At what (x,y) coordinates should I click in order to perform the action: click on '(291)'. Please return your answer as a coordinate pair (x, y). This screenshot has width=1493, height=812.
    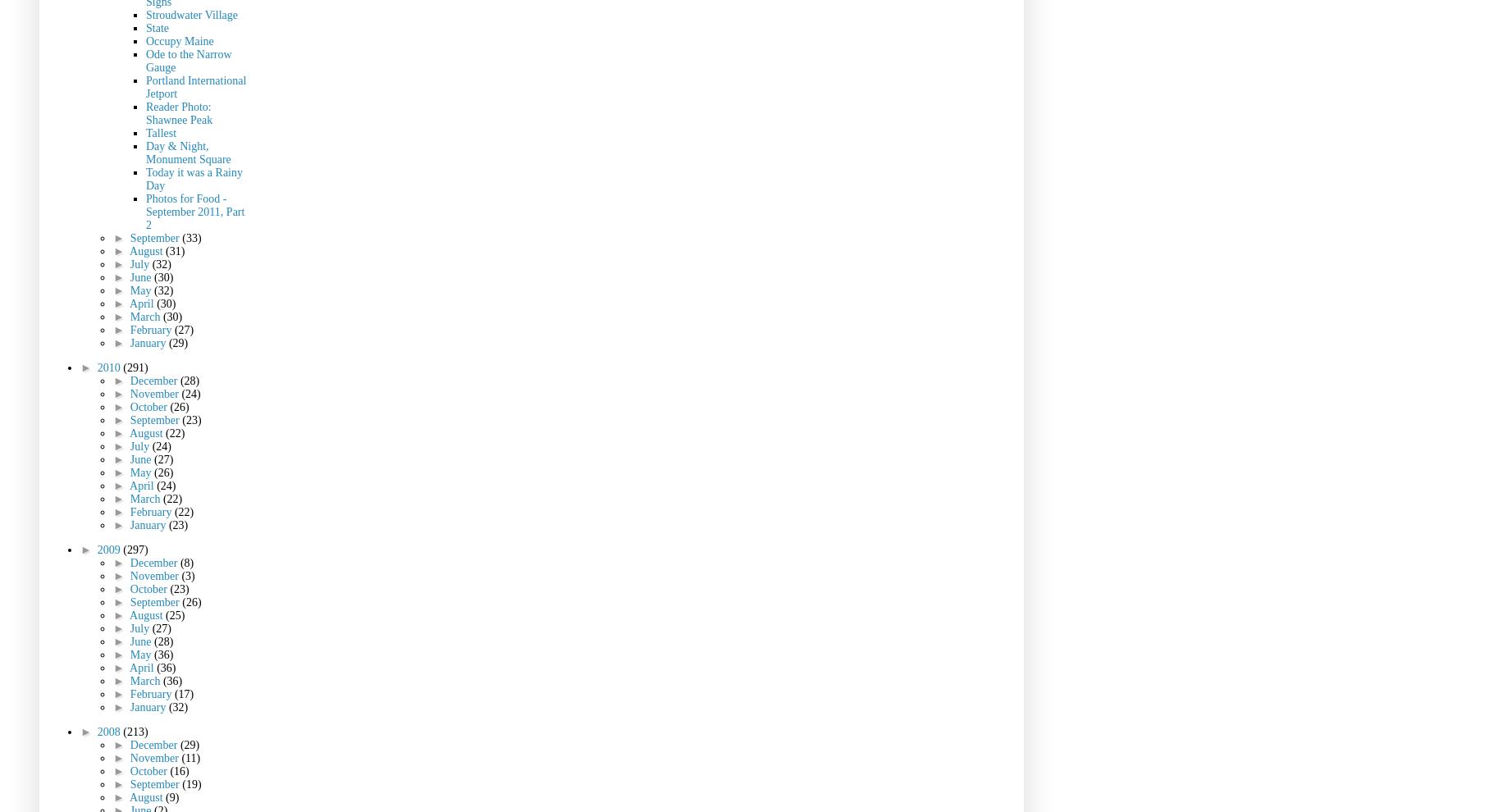
    Looking at the image, I should click on (135, 367).